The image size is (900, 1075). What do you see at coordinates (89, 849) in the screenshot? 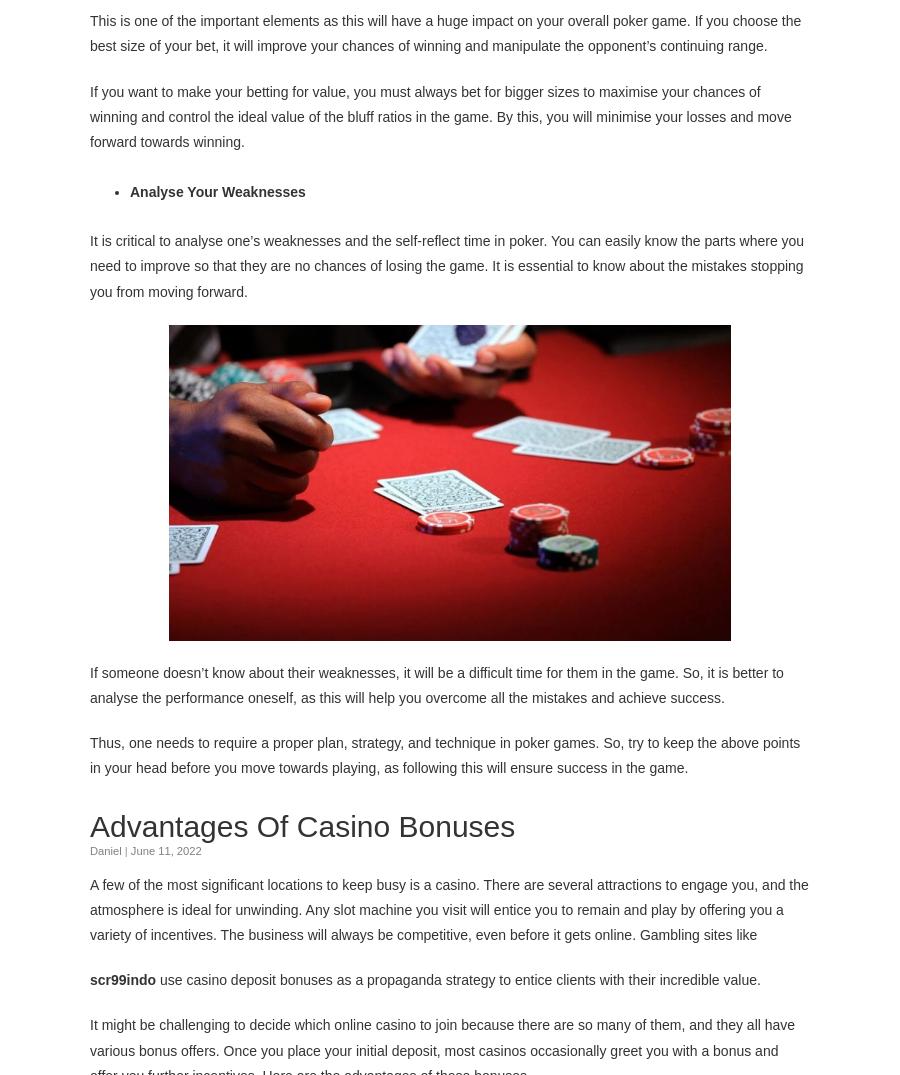
I see `'Daniel'` at bounding box center [89, 849].